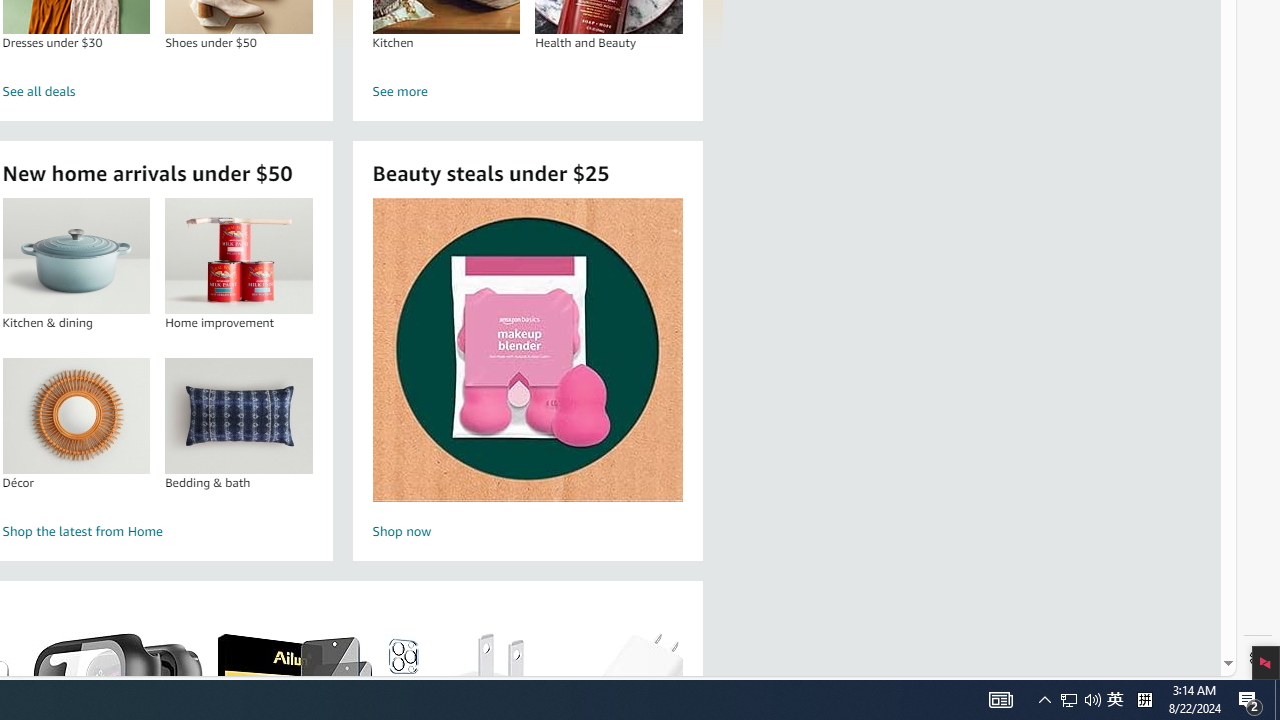 This screenshot has height=720, width=1280. Describe the element at coordinates (239, 255) in the screenshot. I see `'Home improvement'` at that location.